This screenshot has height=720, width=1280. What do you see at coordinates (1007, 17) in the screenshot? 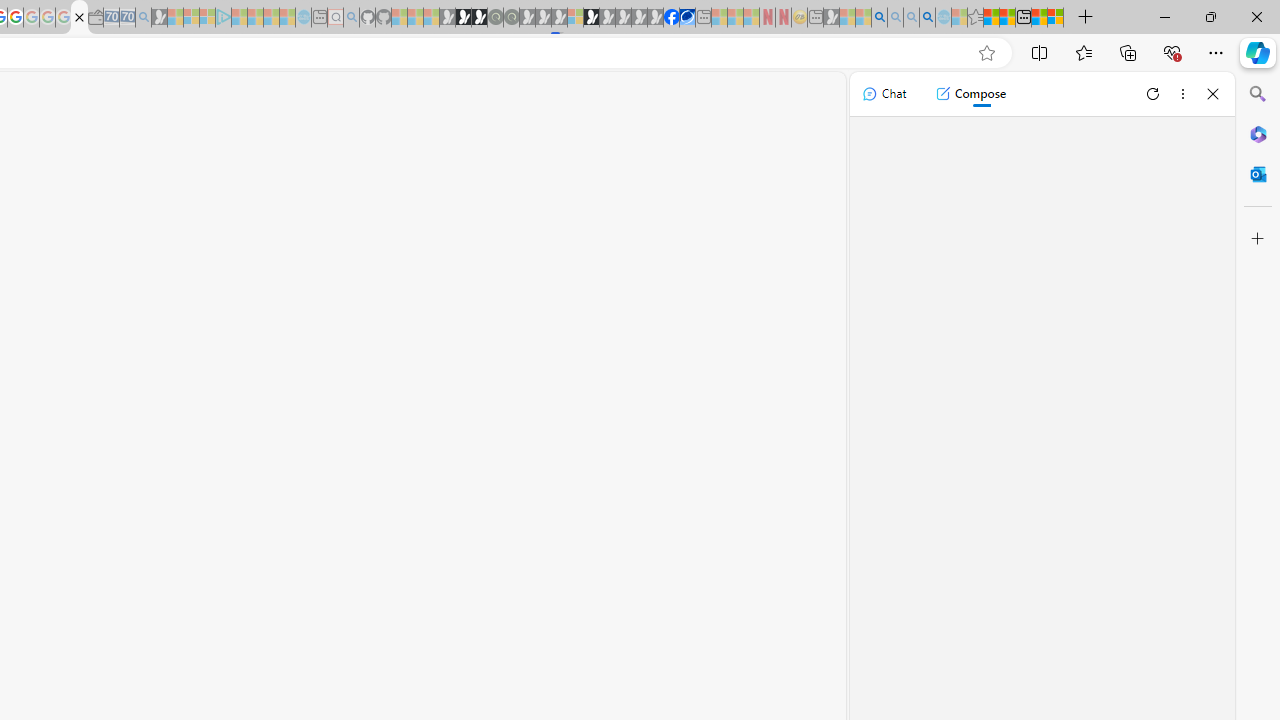
I see `'Aberdeen, Hong Kong SAR weather forecast | Microsoft Weather'` at bounding box center [1007, 17].